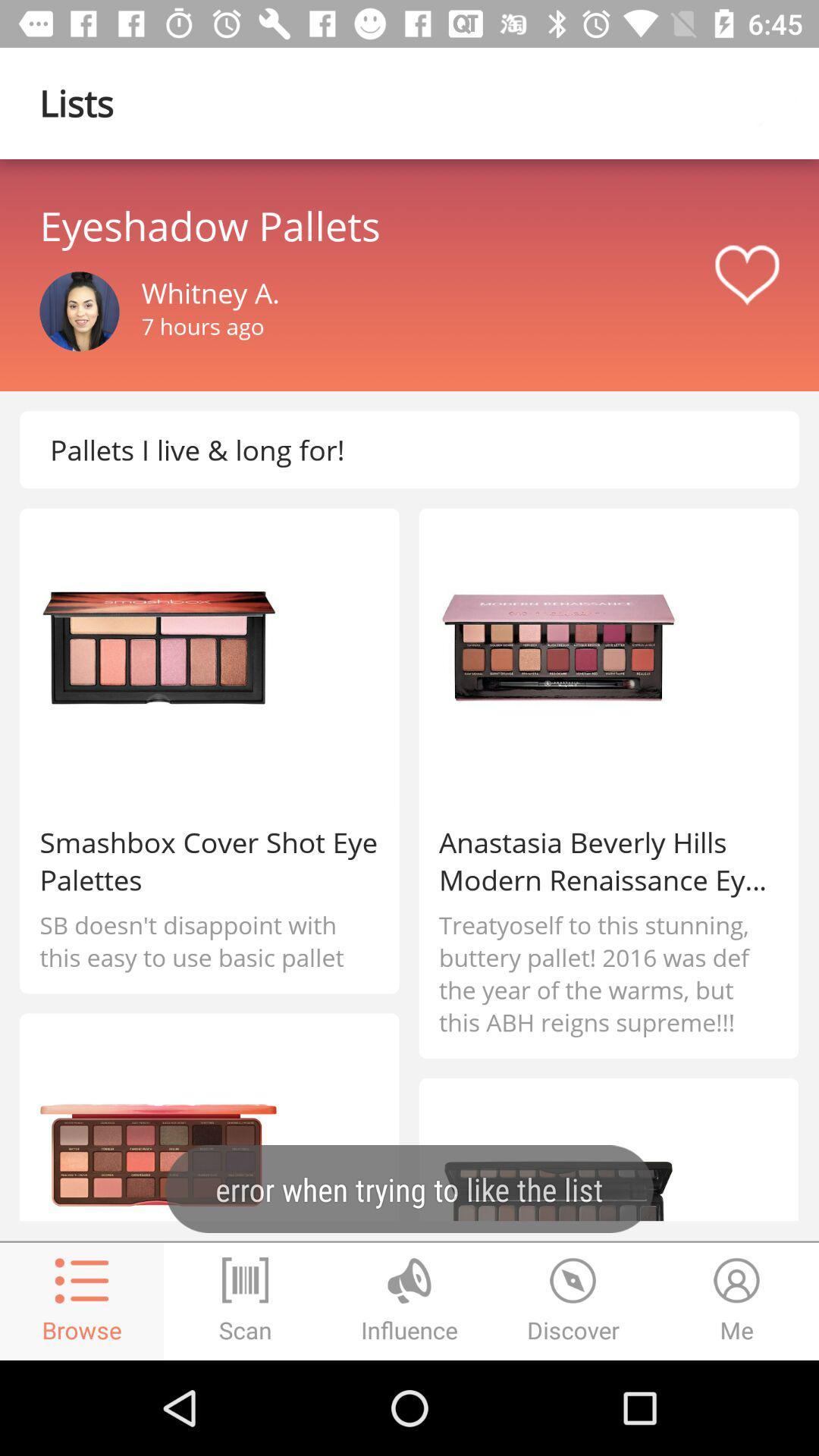 Image resolution: width=819 pixels, height=1456 pixels. Describe the element at coordinates (79, 311) in the screenshot. I see `profile image` at that location.